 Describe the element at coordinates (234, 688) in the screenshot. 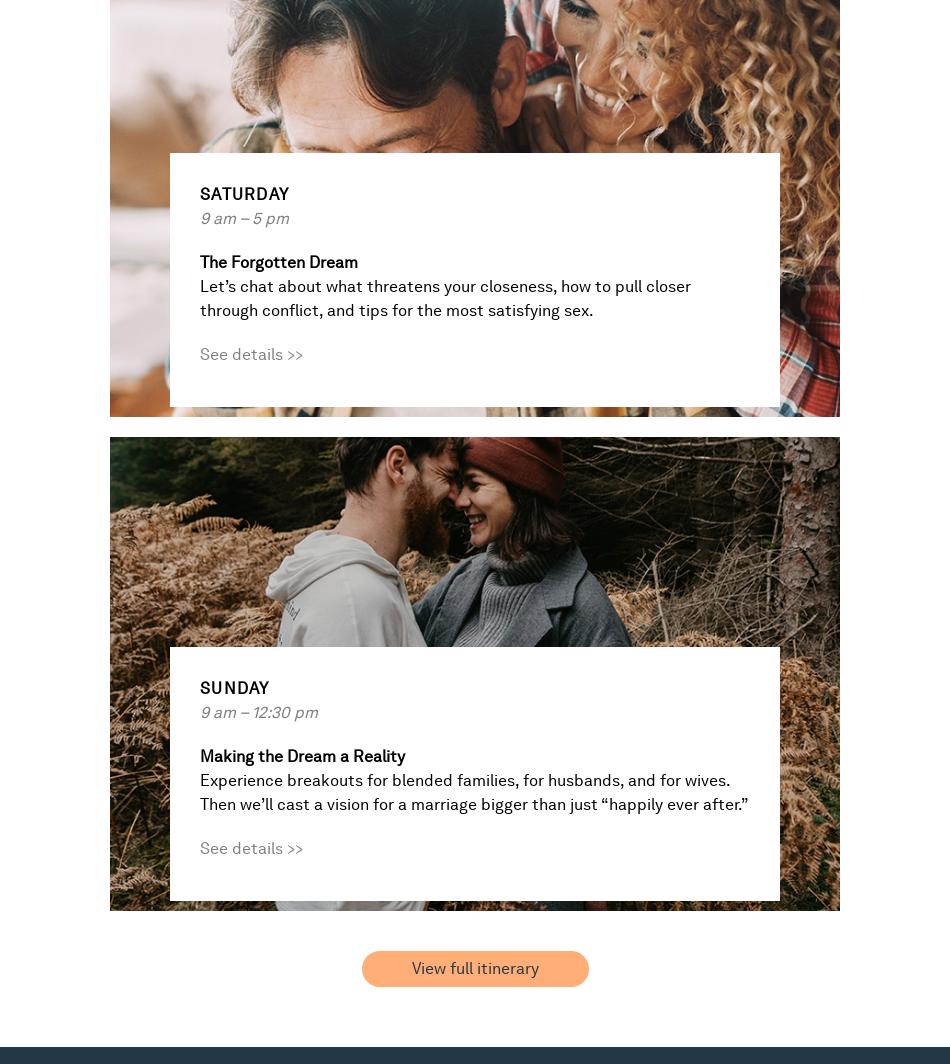

I see `'SUNDAY'` at that location.